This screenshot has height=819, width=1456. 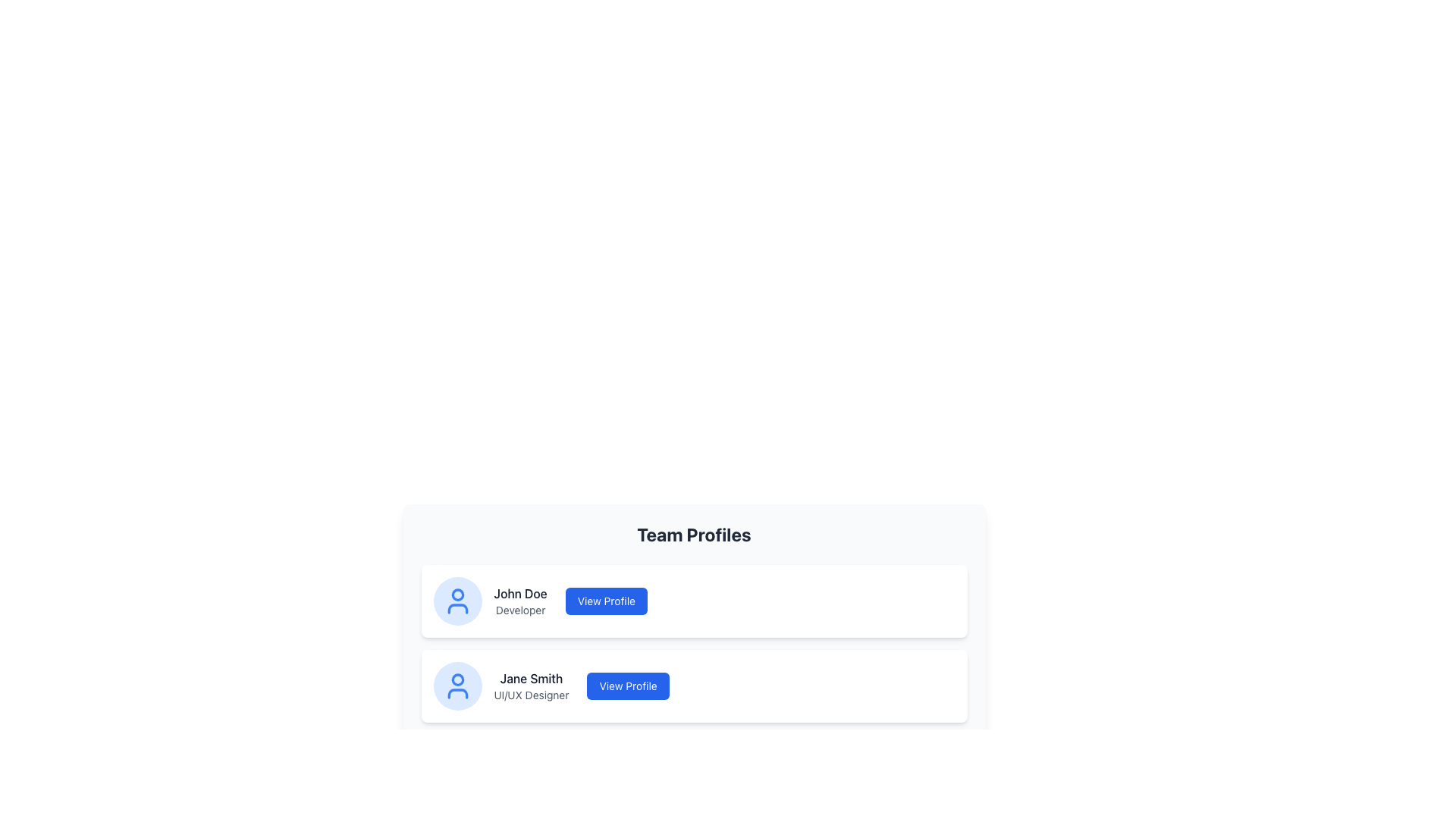 What do you see at coordinates (520, 593) in the screenshot?
I see `text label displaying the name 'John Doe' located at the top of the profile card, which is the first card in a vertical list` at bounding box center [520, 593].